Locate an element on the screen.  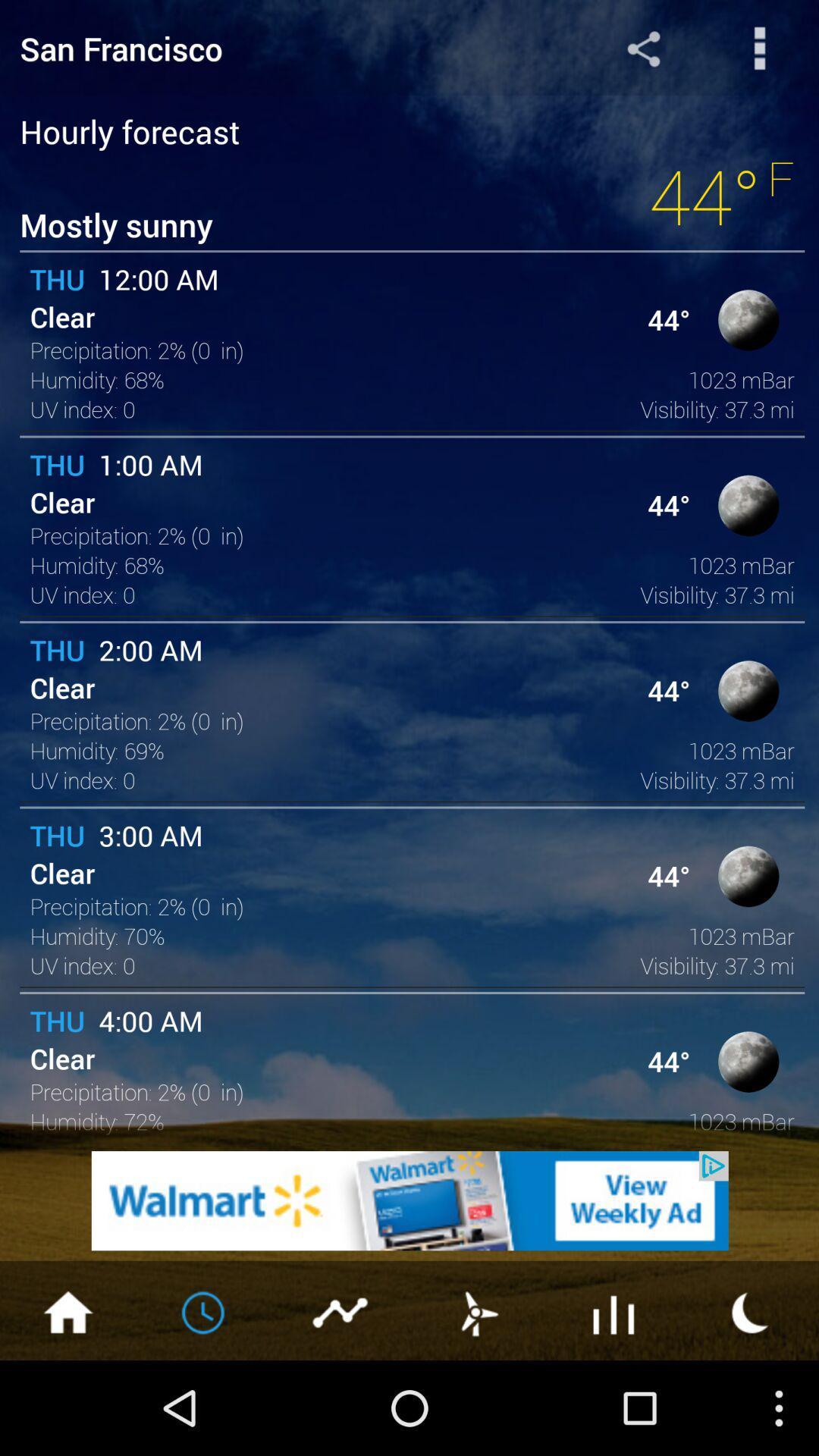
the time icon is located at coordinates (205, 1402).